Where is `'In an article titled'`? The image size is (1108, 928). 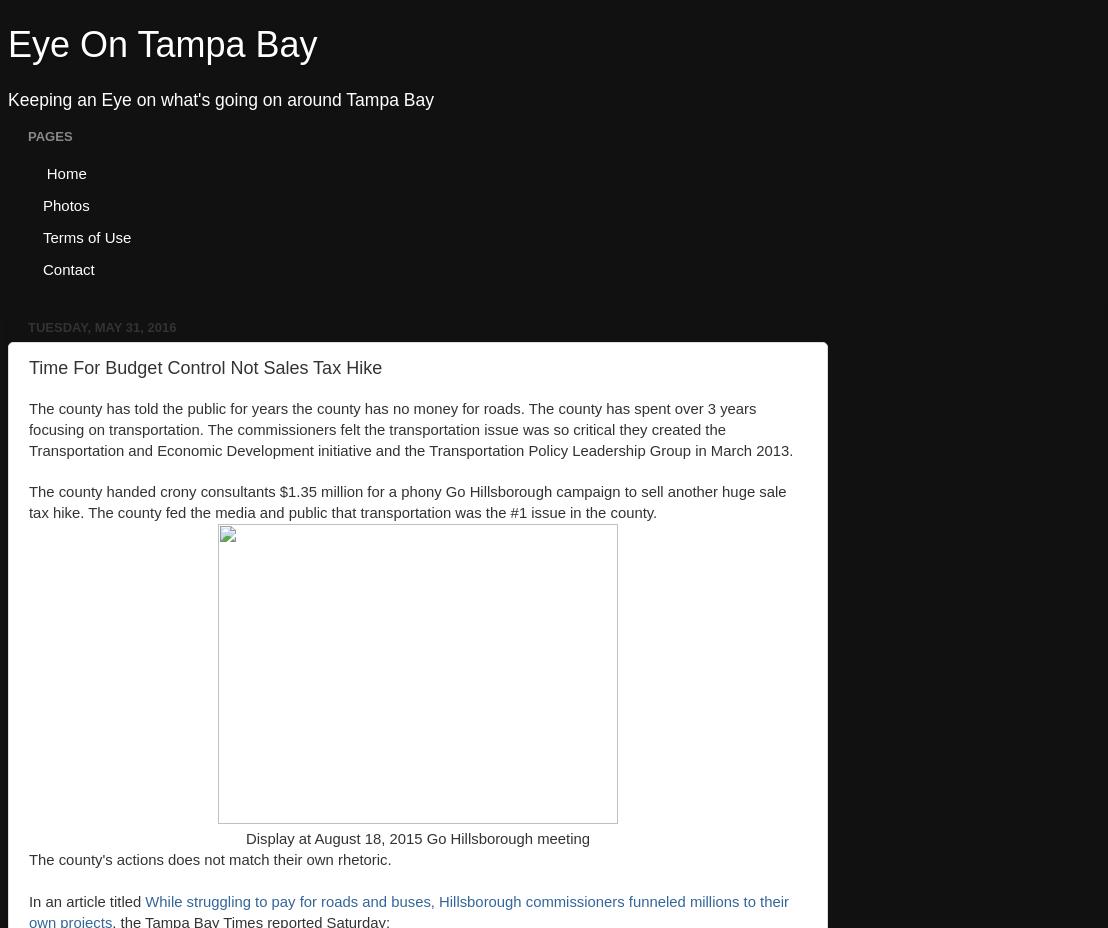 'In an article titled' is located at coordinates (85, 900).